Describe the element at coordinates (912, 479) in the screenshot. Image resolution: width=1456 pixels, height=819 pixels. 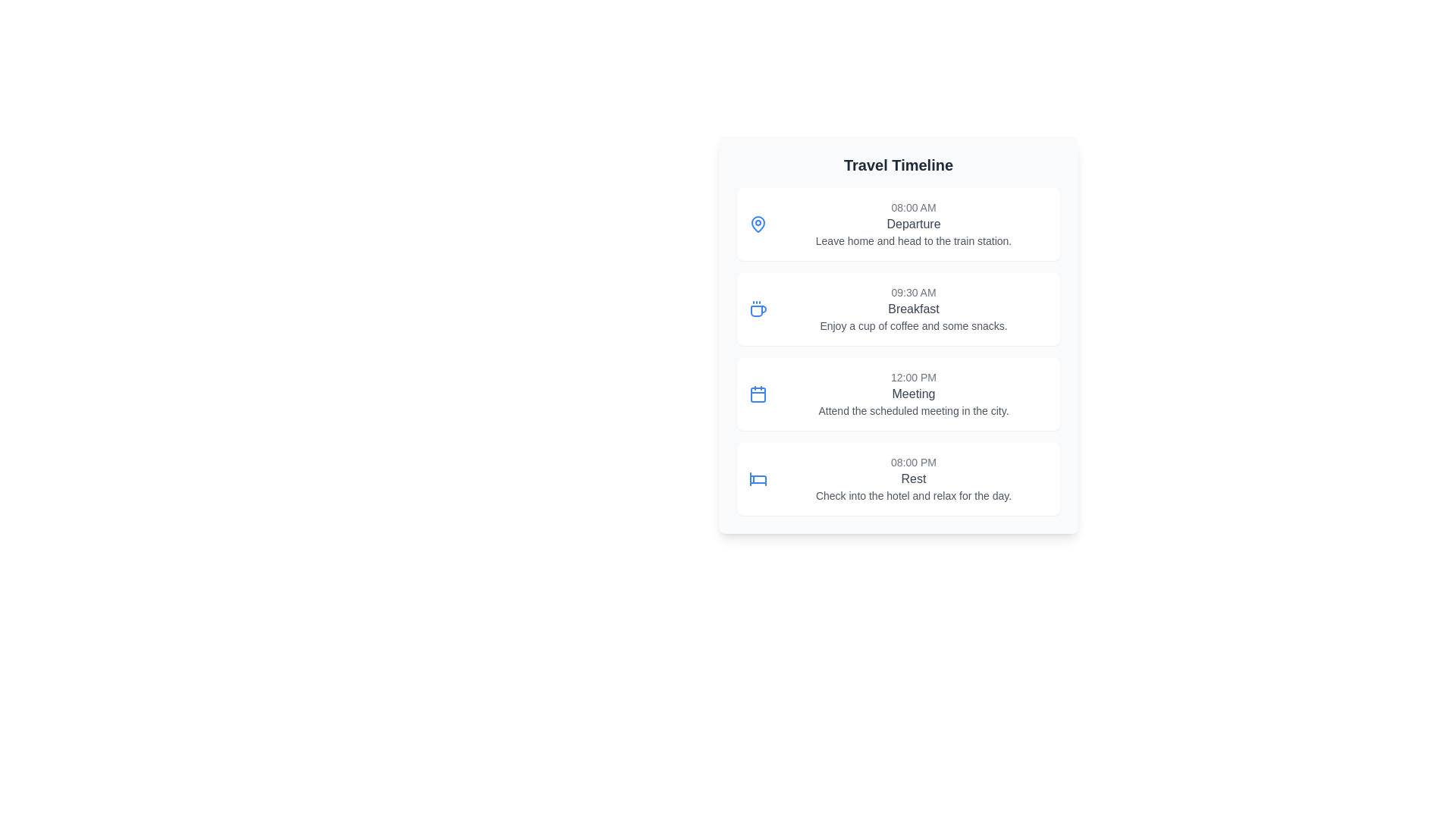
I see `the medium-sized text label displaying 'Rest' in gray color, located below the time '08:00 PM' and above the description in the fourth timeline entry` at that location.